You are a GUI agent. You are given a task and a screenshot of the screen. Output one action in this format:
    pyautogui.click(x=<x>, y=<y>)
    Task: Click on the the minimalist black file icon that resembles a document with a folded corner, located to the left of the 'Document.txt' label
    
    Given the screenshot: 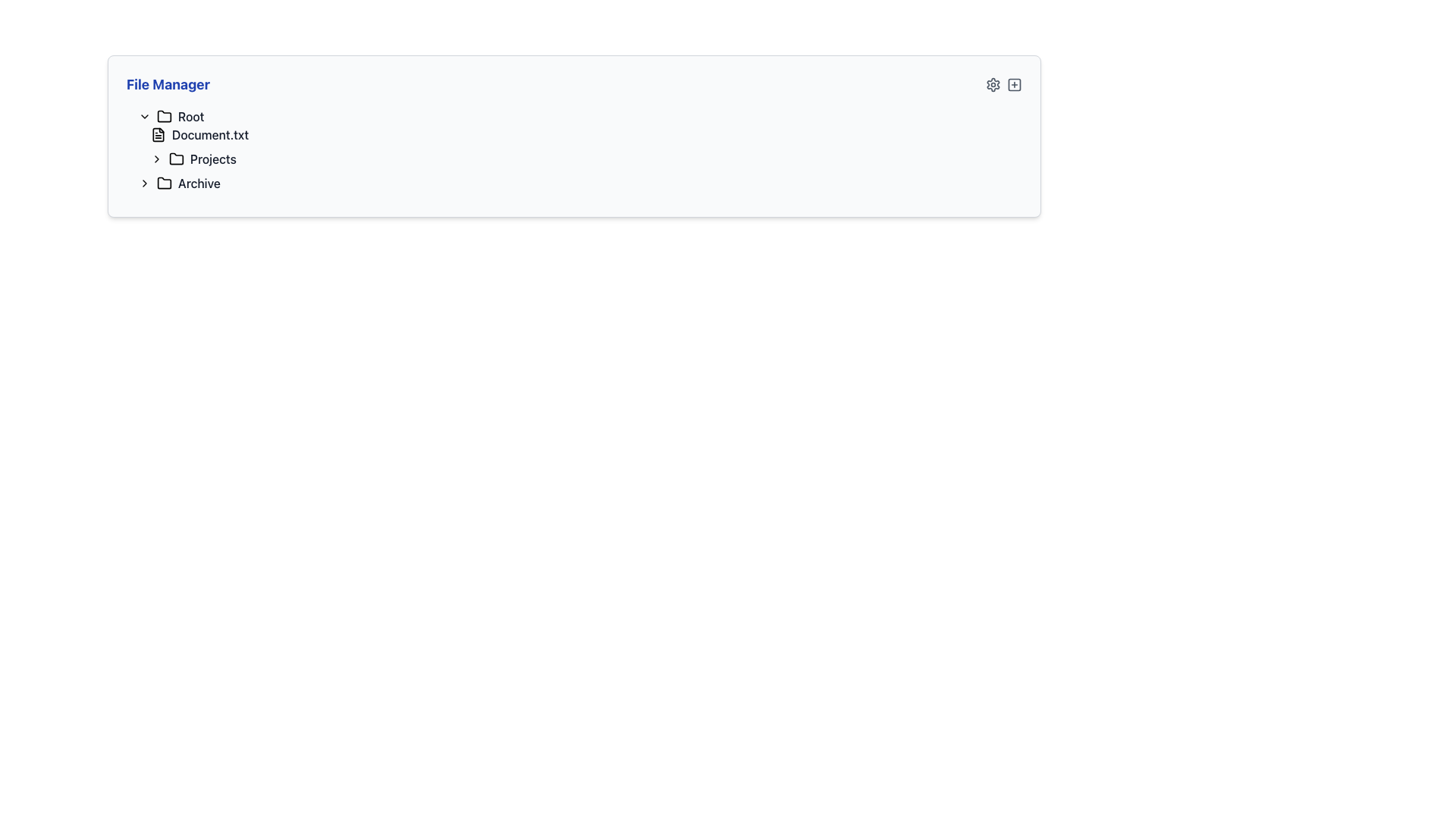 What is the action you would take?
    pyautogui.click(x=158, y=133)
    